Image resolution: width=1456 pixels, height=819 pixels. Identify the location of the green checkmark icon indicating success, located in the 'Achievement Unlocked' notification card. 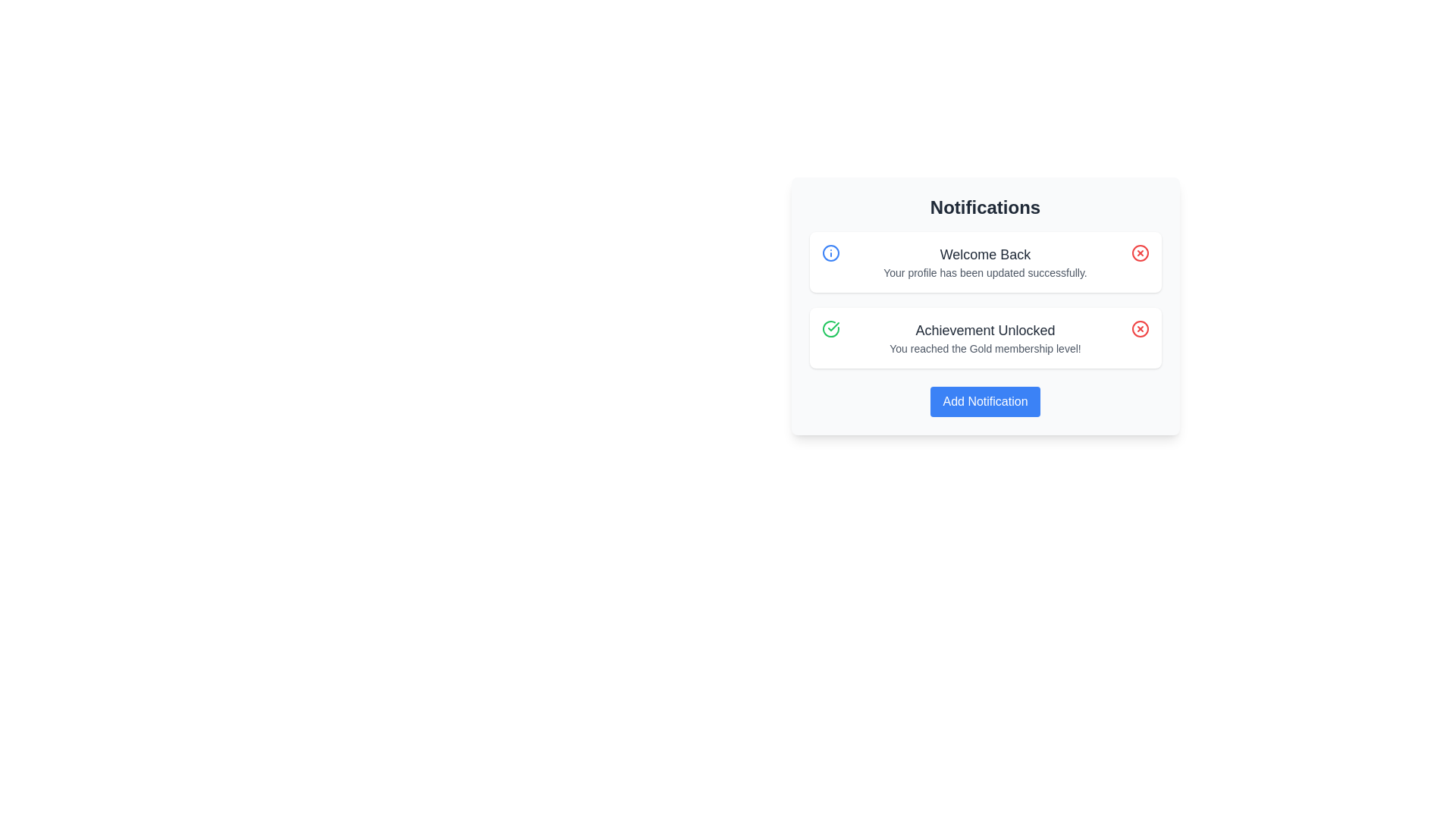
(830, 328).